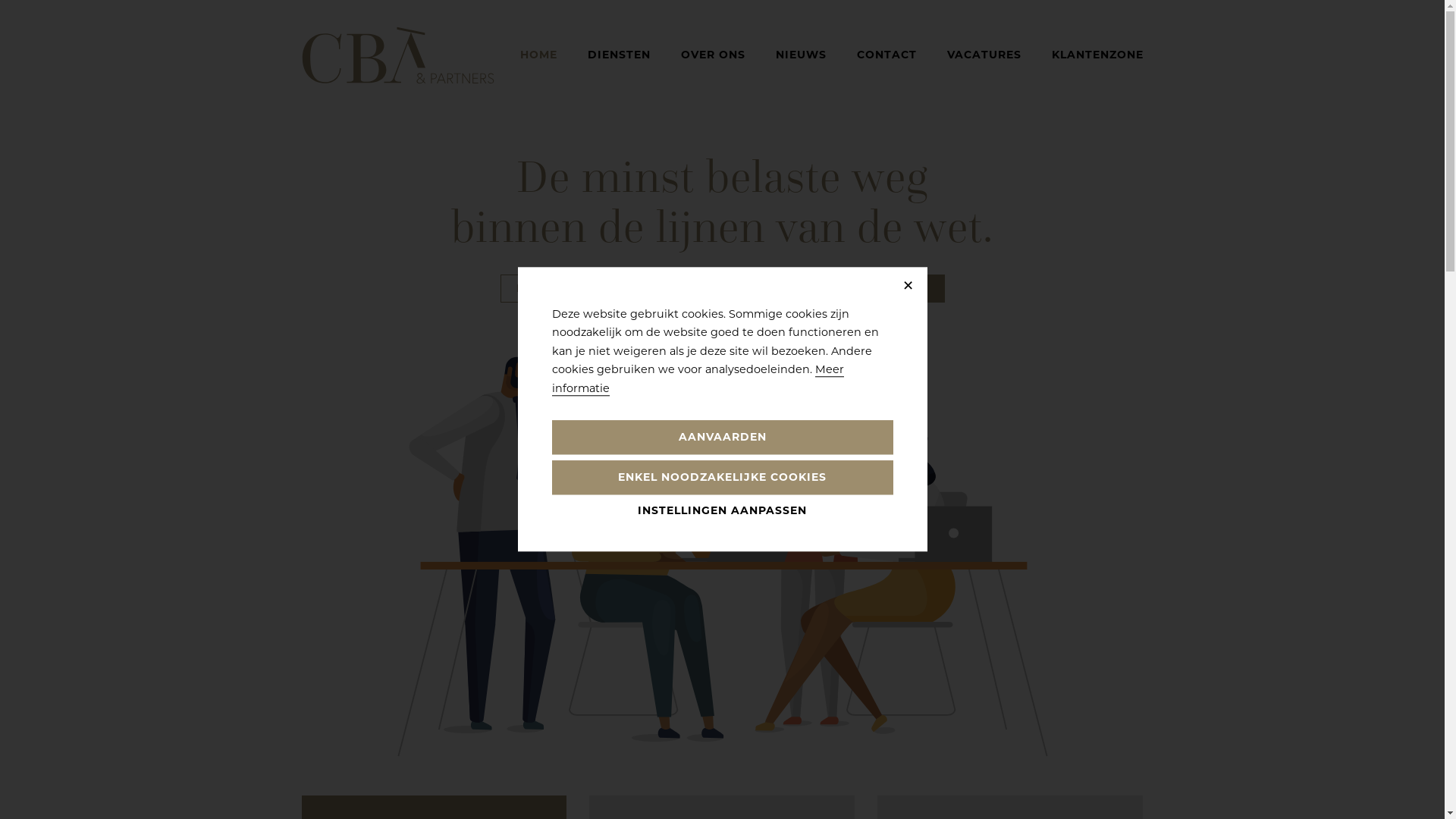  What do you see at coordinates (856, 54) in the screenshot?
I see `'CONTACT'` at bounding box center [856, 54].